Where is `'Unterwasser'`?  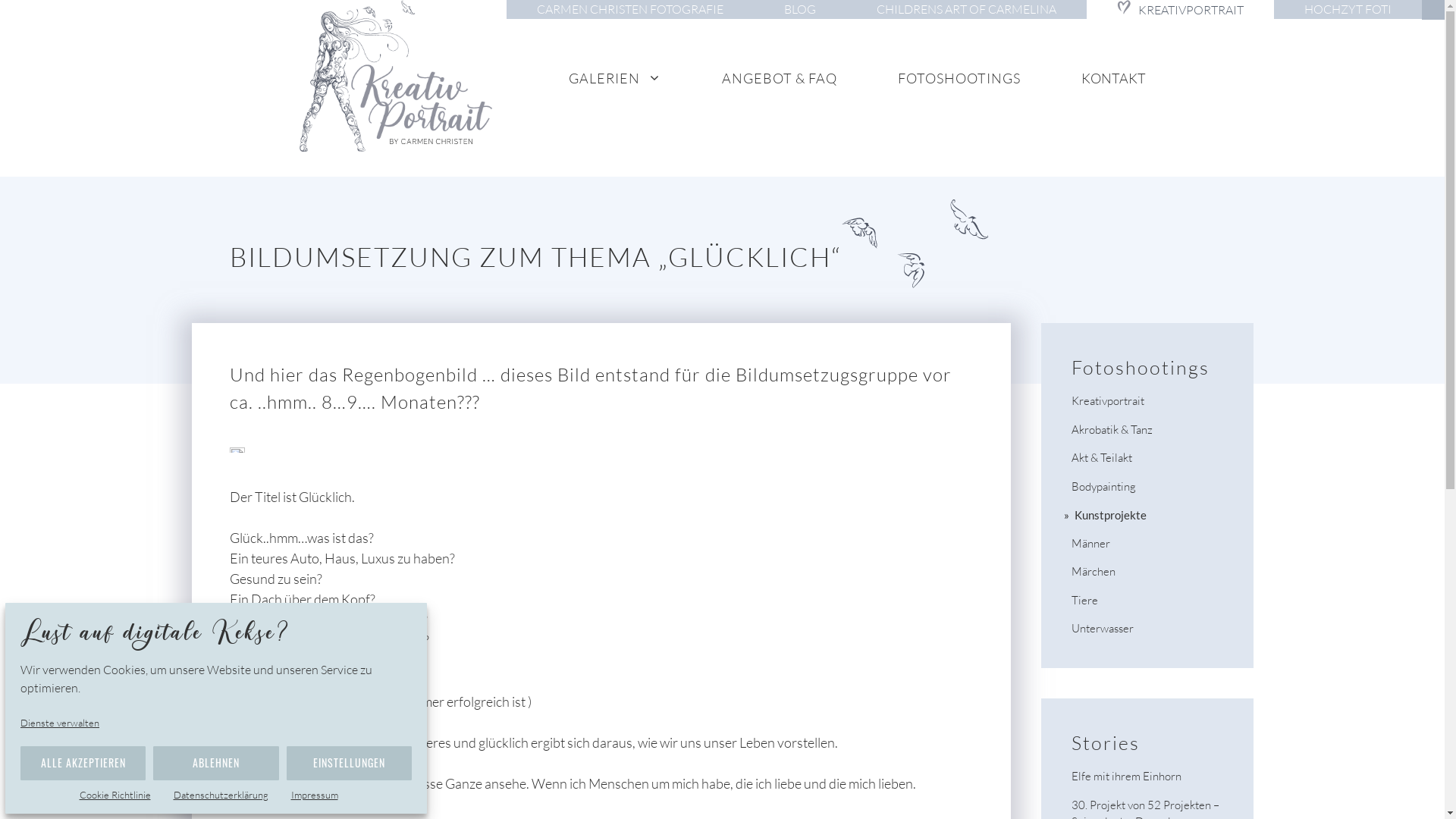 'Unterwasser' is located at coordinates (1102, 628).